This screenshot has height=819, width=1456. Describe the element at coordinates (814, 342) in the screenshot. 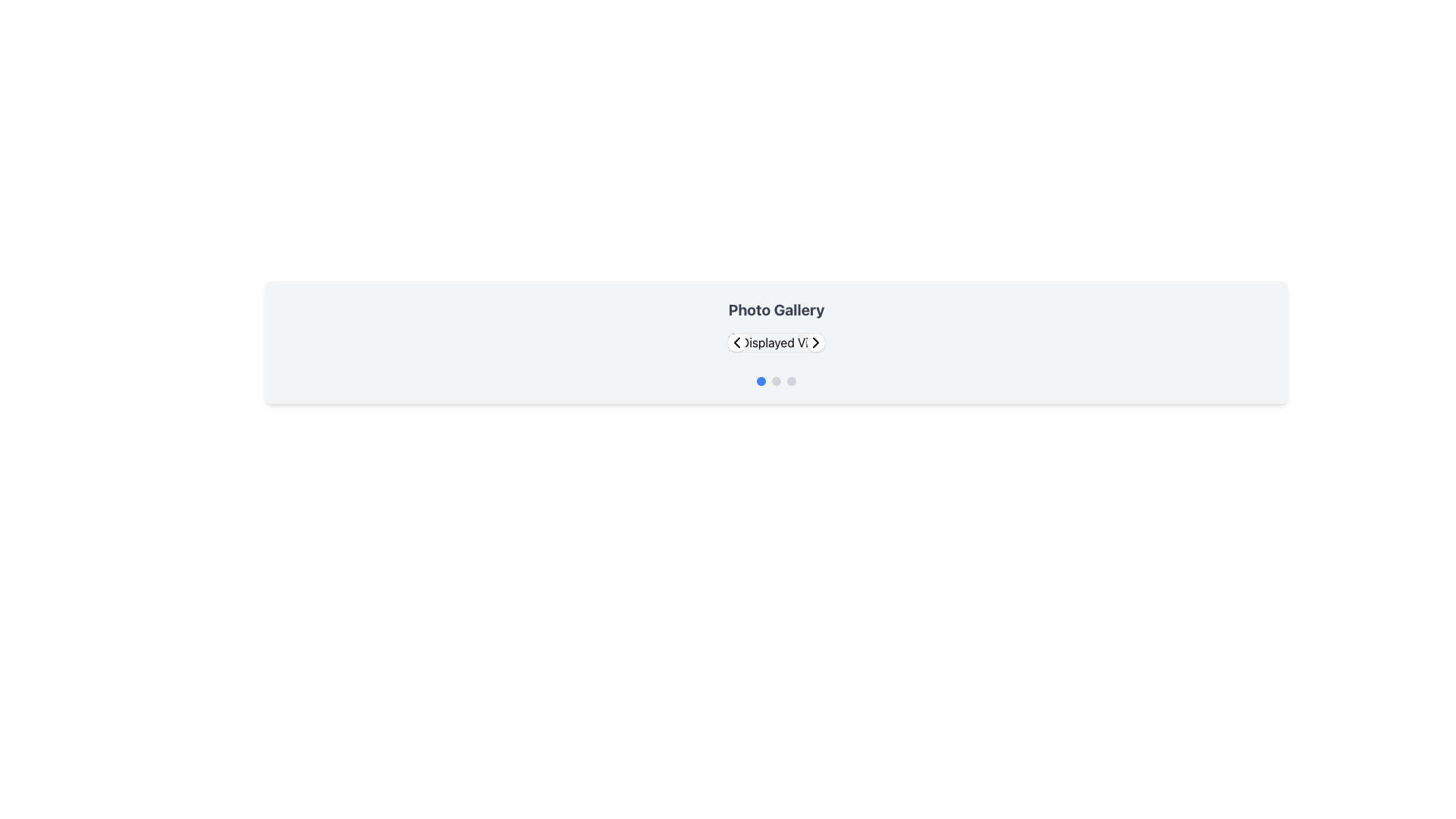

I see `the right-pointing chevron arrow icon located next to the 'Displayed View' text in the navigational area` at that location.